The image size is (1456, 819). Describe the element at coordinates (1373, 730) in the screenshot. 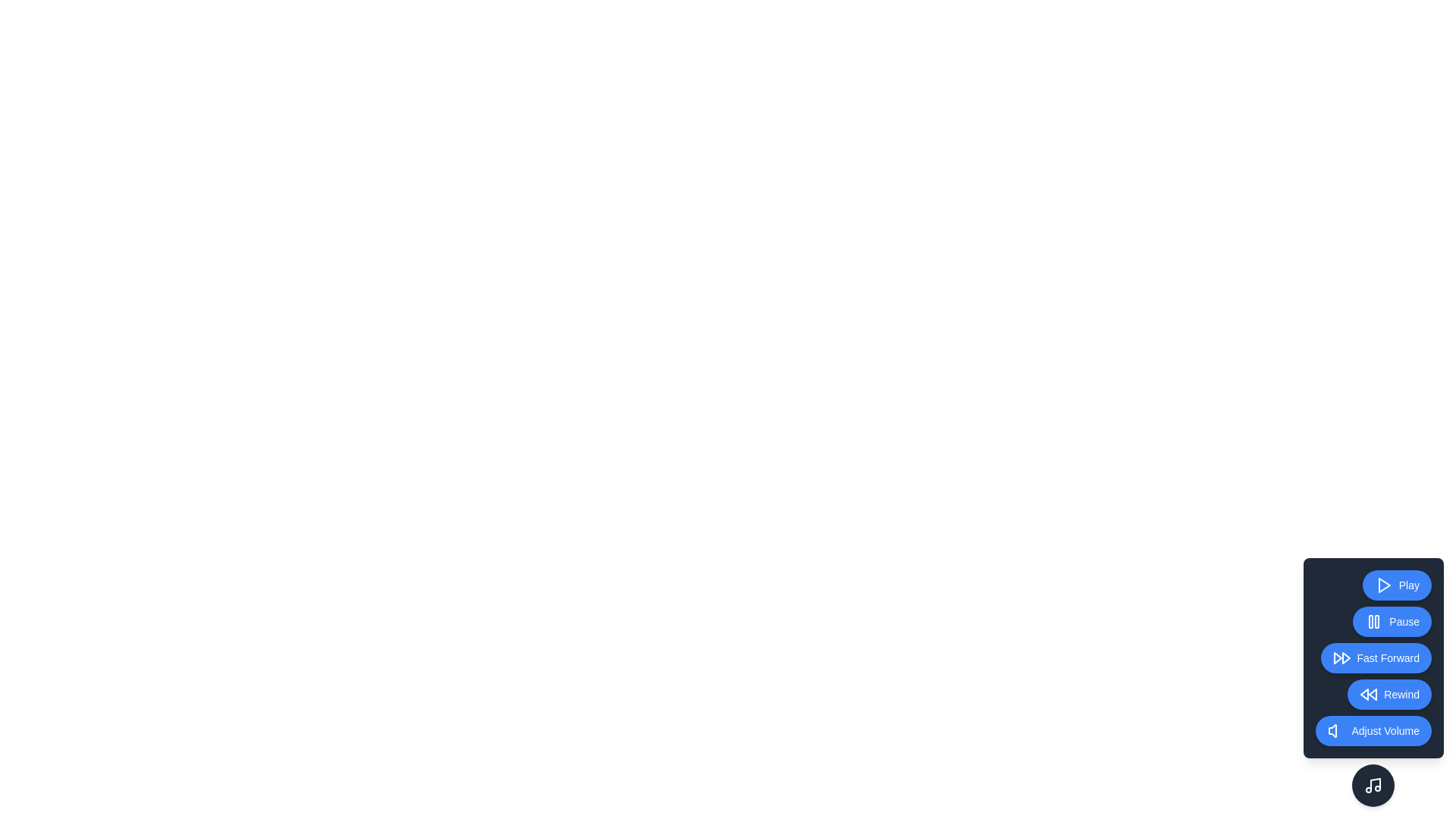

I see `the Adjust Volume button to activate the corresponding playback control` at that location.